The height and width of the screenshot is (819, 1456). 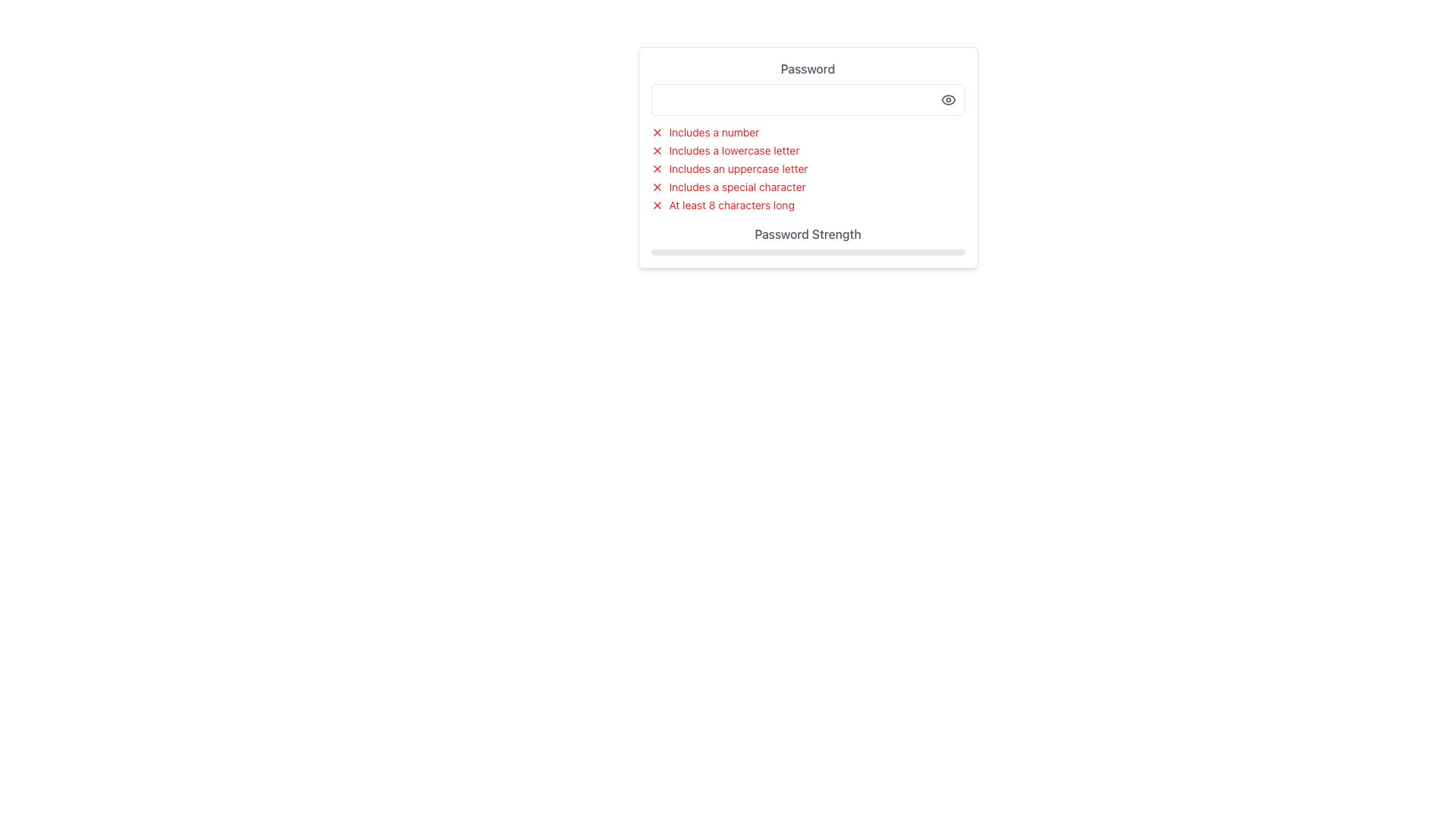 I want to click on the 'Password Strength' text label, which is styled in medium gray font, located below password criteria instructions and above a progress bar, so click(x=807, y=234).